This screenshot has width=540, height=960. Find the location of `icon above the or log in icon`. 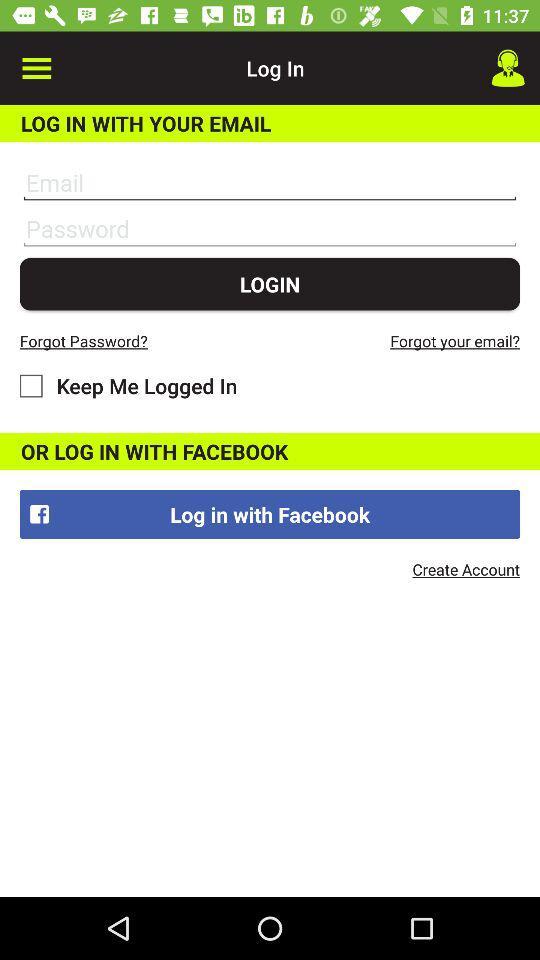

icon above the or log in icon is located at coordinates (128, 384).